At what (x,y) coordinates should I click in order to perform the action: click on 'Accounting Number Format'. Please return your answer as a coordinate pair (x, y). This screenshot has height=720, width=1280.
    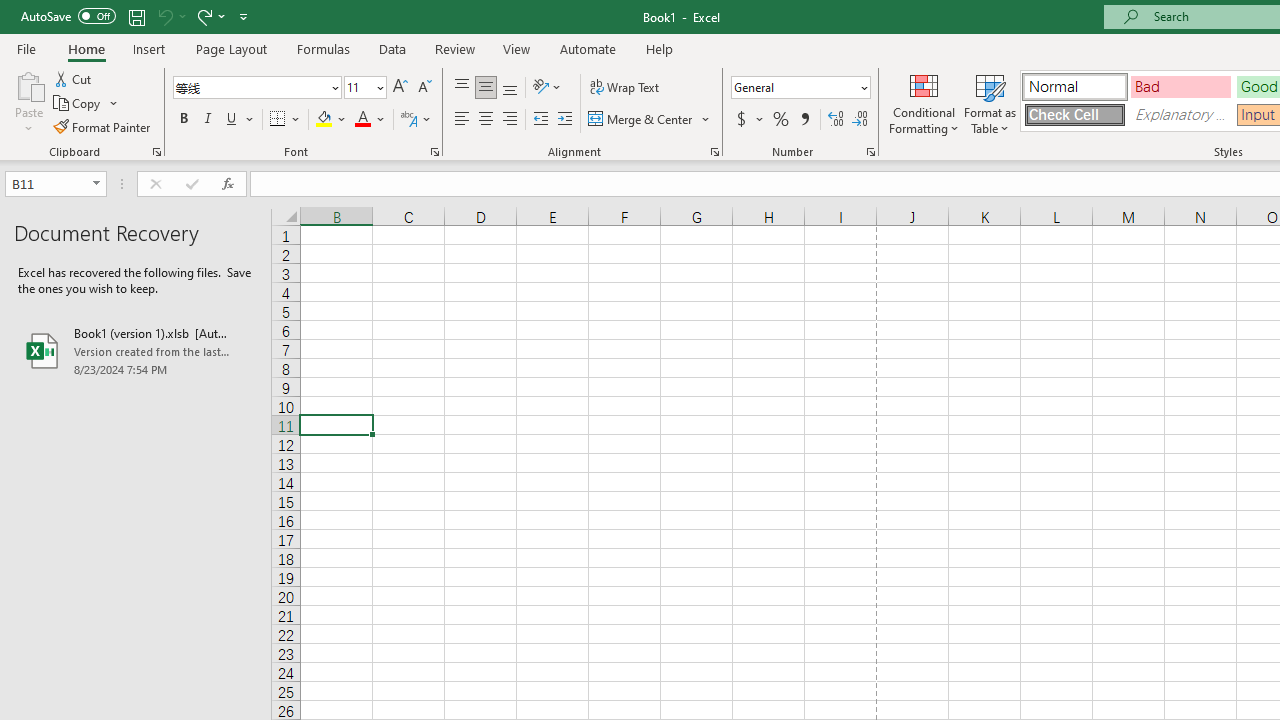
    Looking at the image, I should click on (748, 119).